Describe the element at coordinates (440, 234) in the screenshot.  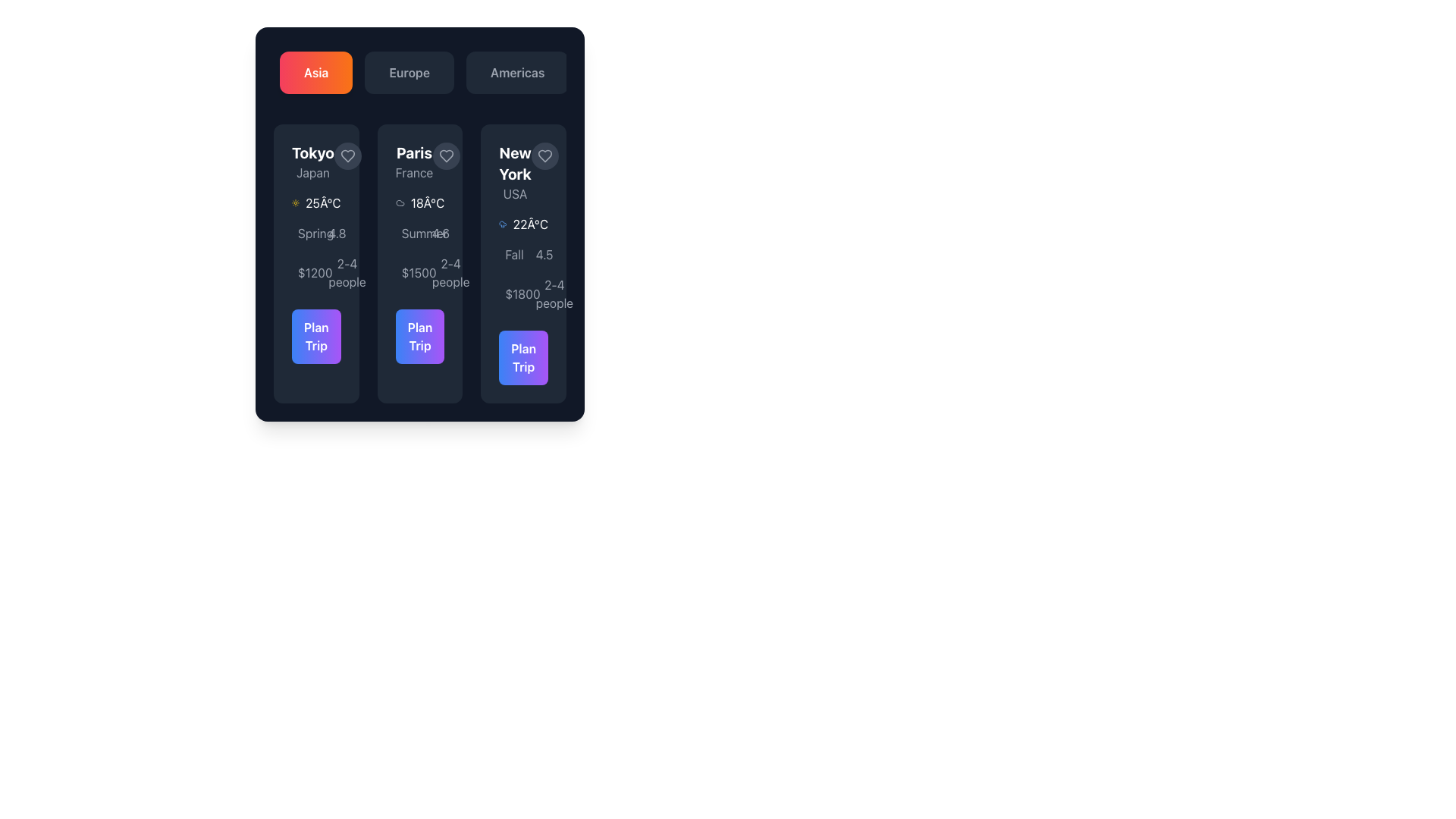
I see `the text label displaying '4.6' in light gray color, which is located above the text 'Summer' and within the 'Paris, France' card` at that location.